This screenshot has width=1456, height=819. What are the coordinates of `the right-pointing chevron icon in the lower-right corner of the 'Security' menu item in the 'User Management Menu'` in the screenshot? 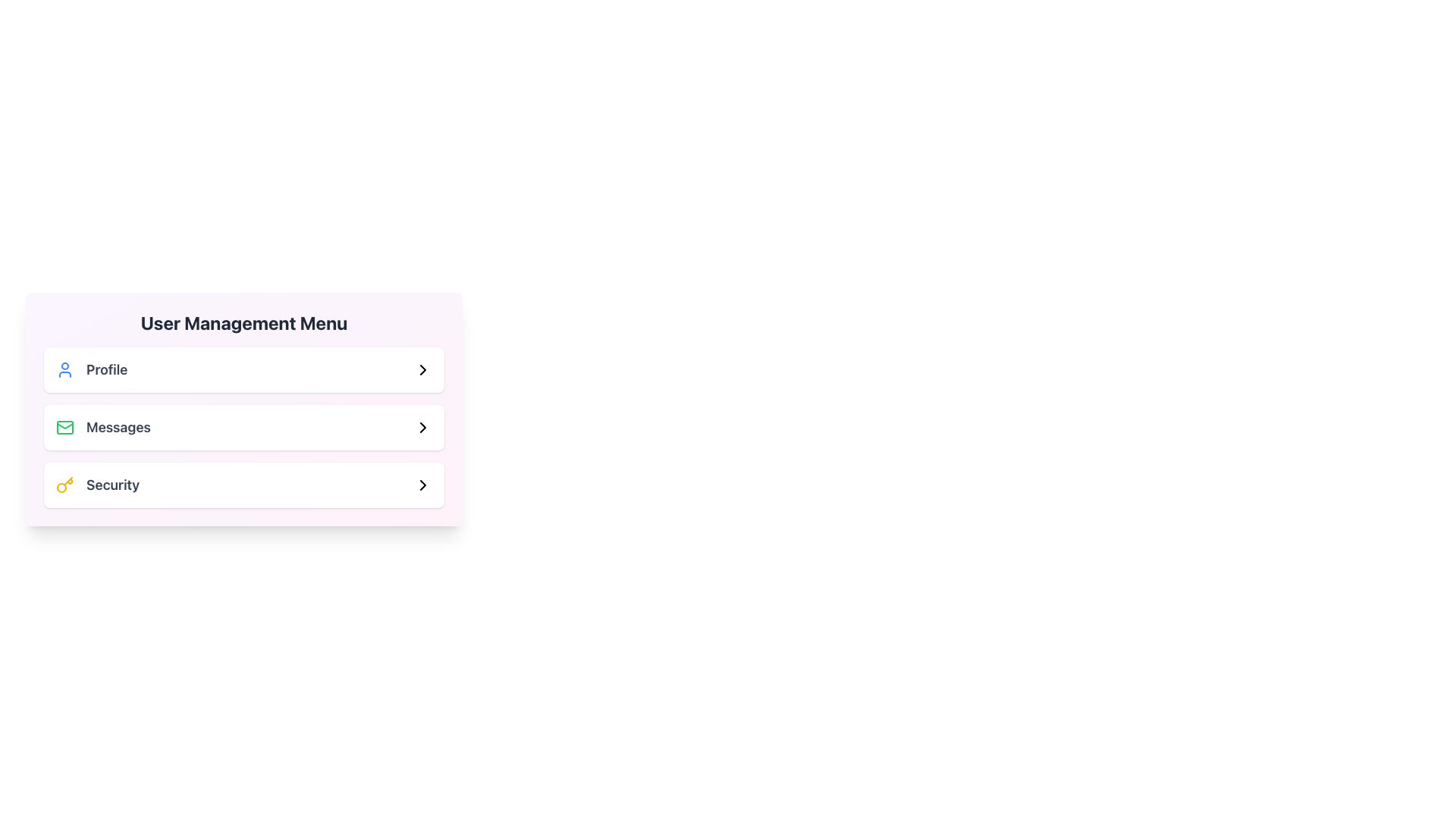 It's located at (422, 485).